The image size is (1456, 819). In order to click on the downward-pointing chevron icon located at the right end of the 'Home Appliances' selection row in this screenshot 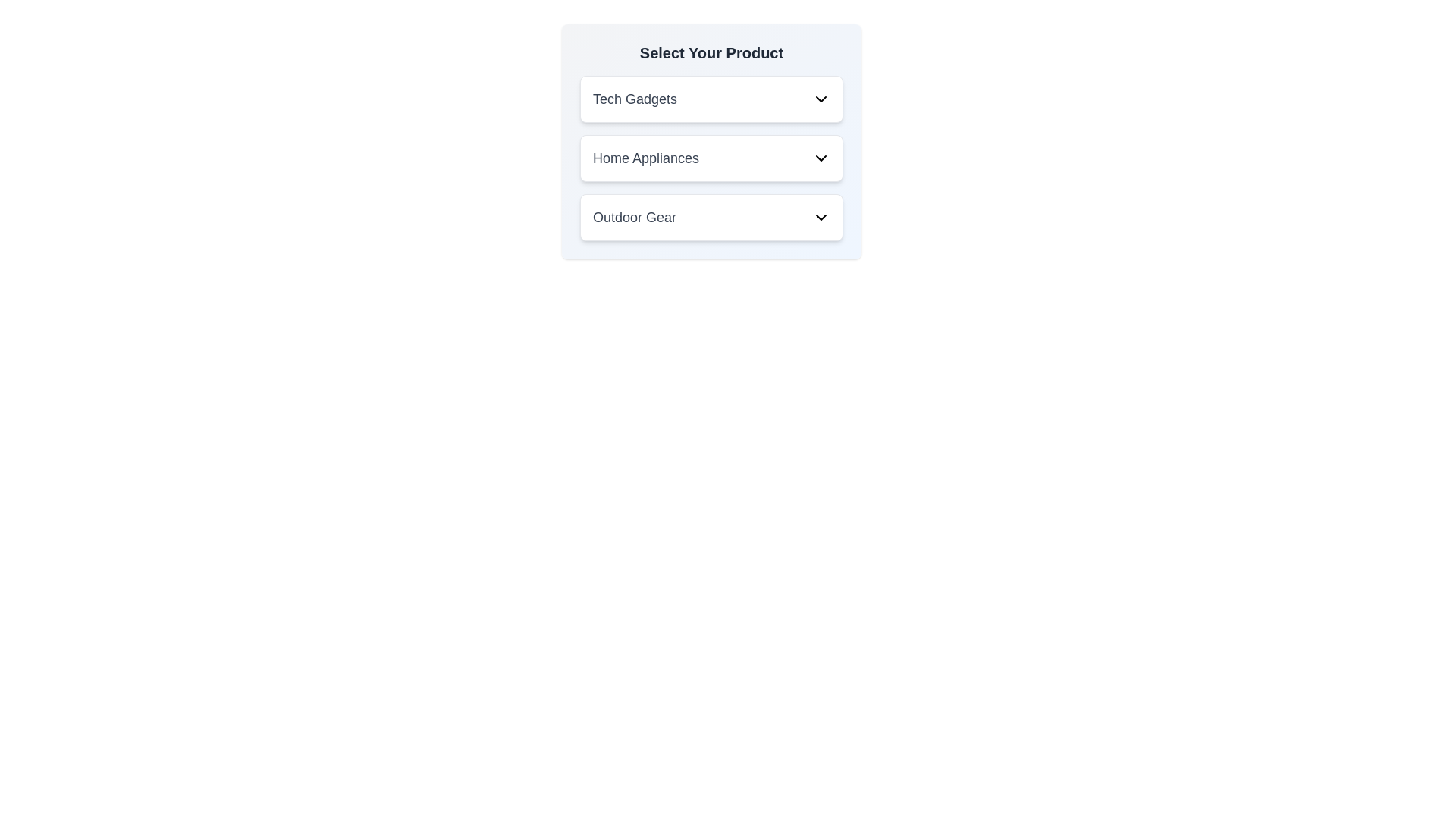, I will do `click(821, 158)`.